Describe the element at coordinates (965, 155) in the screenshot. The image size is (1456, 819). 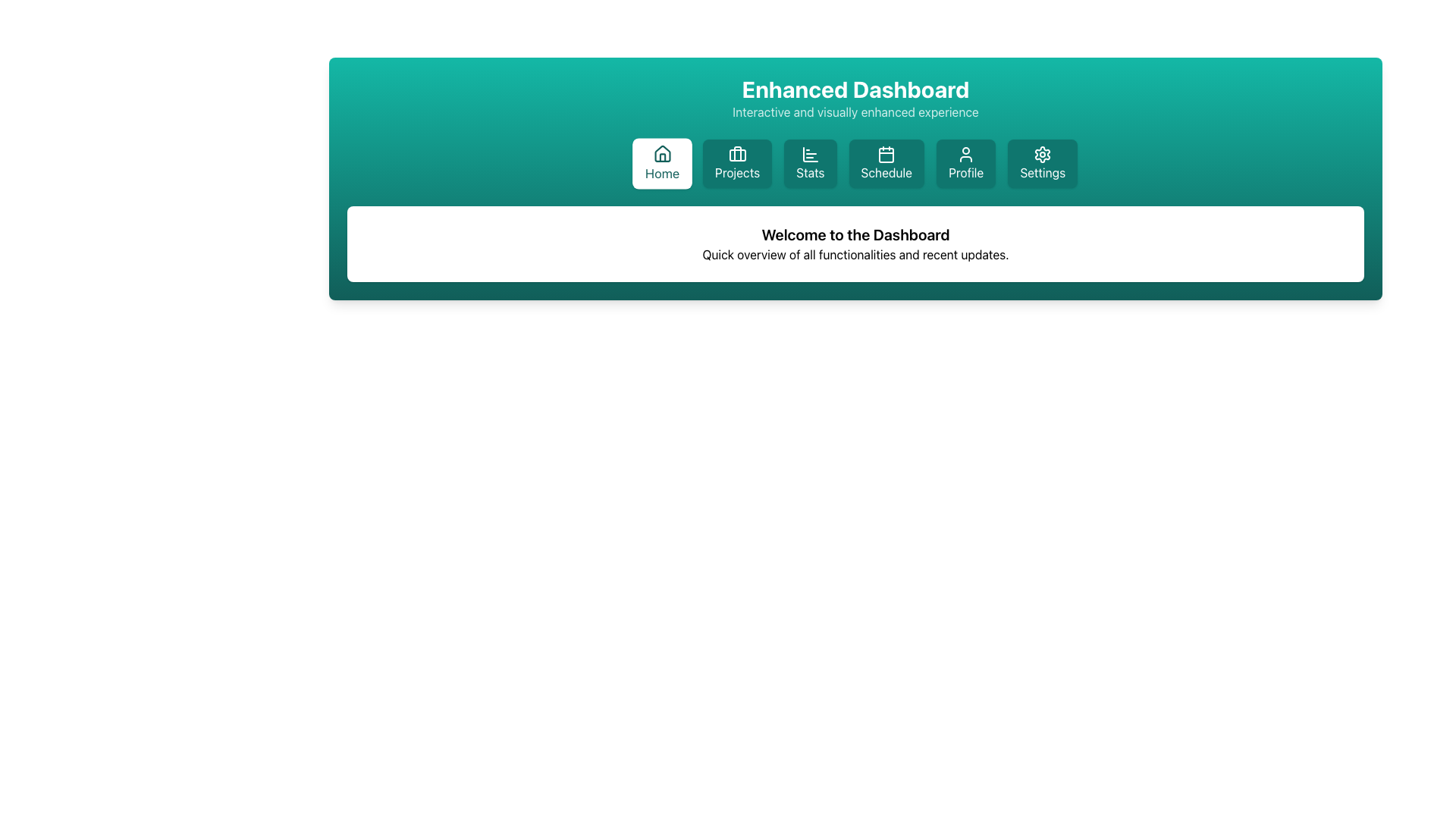
I see `the user profile icon, which is a minimalist line-style illustration of a person, located within the 'Profile' button in the navigation bar` at that location.